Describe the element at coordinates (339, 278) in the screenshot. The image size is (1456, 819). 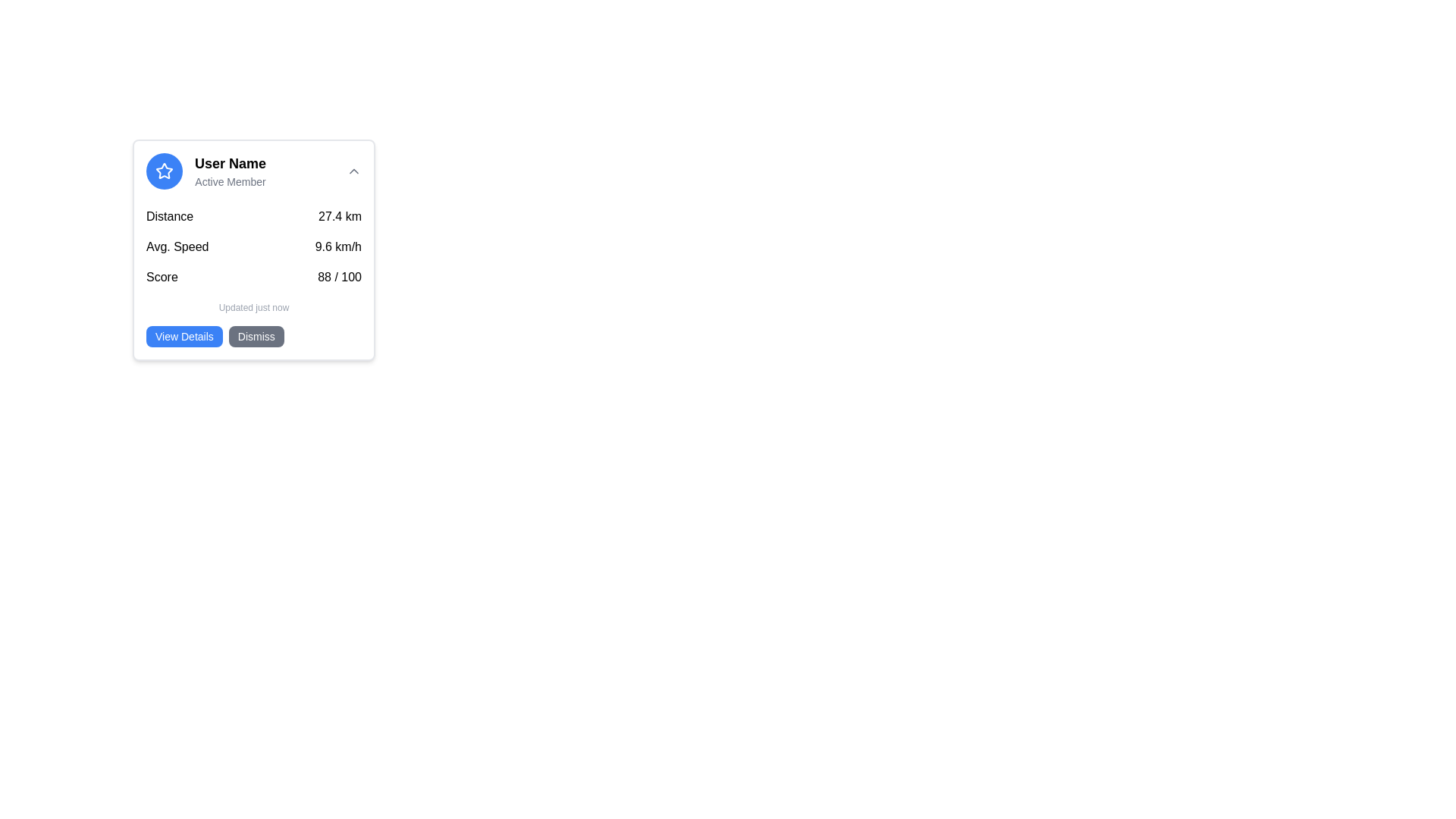
I see `the text label displaying the score '88 / 100', which is located to the right of the word 'Score' in the user statistics section` at that location.